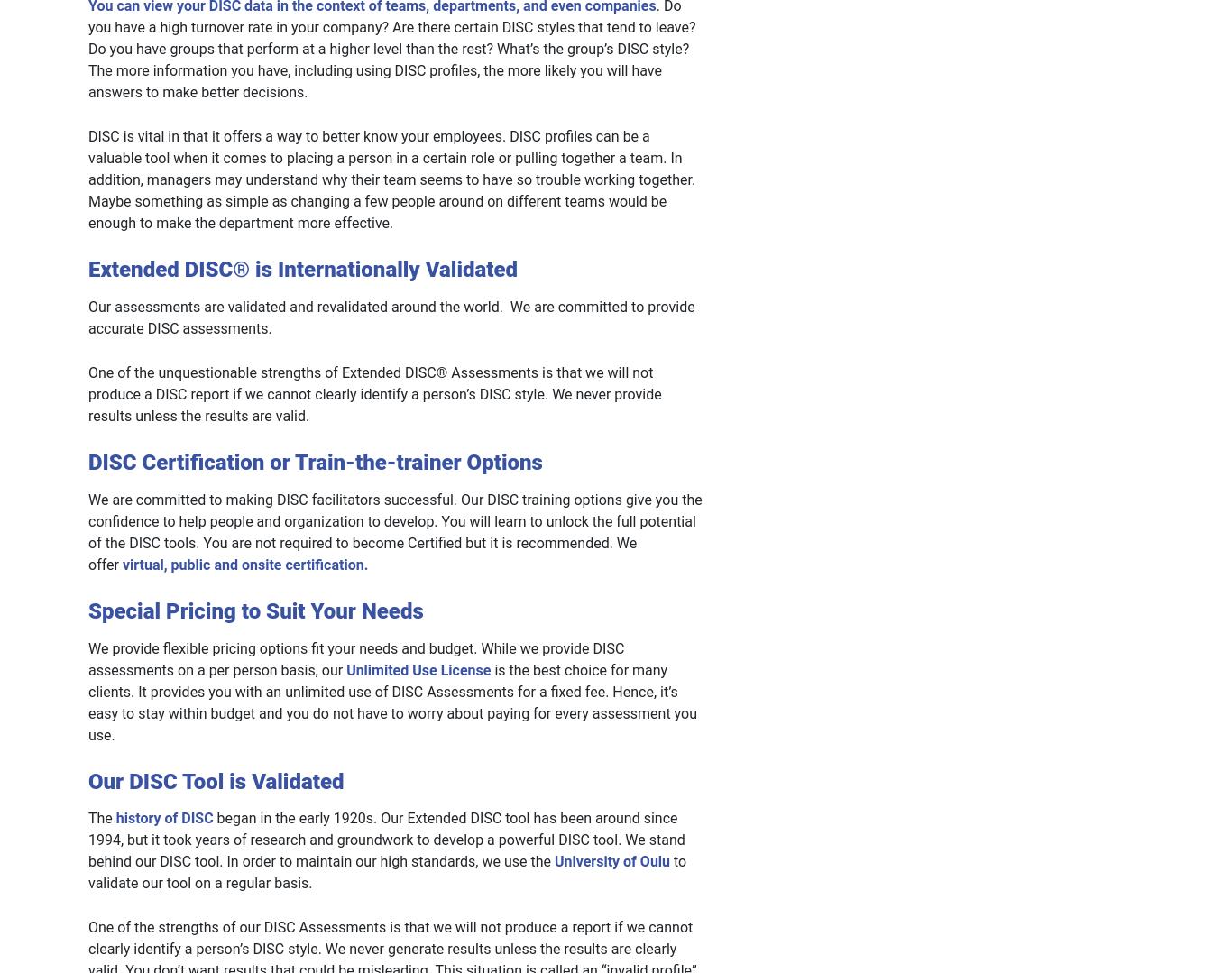  Describe the element at coordinates (385, 840) in the screenshot. I see `'began in the early 1920s. Our Extended DISC tool has been around since 1994, but it took years of research and groundwork to develop a powerful DISC tool. We stand behind our DISC tool. In order to maintain our high standards, we use the'` at that location.